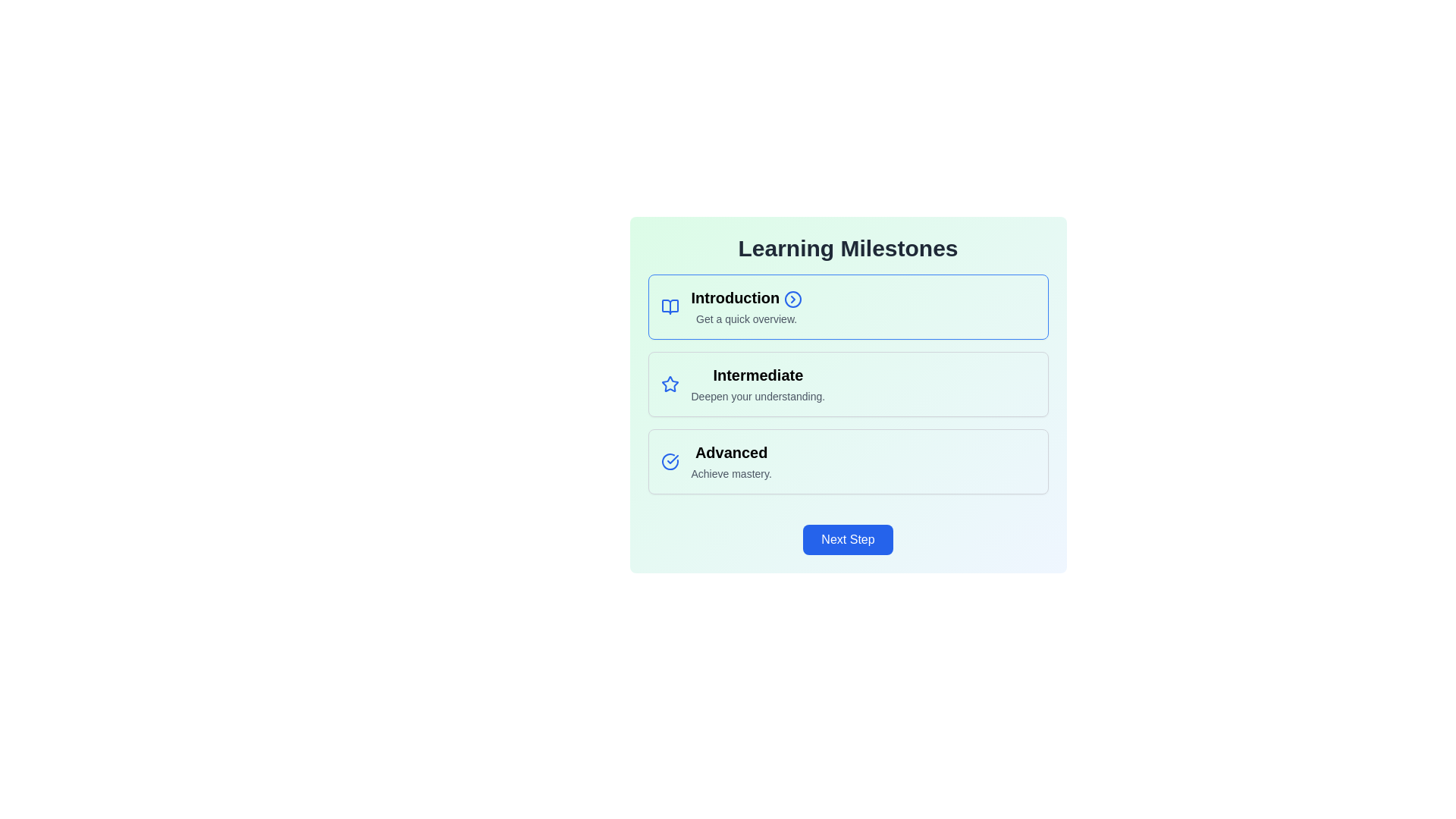 The width and height of the screenshot is (1456, 819). I want to click on the 'Advanced' label, so click(731, 452).